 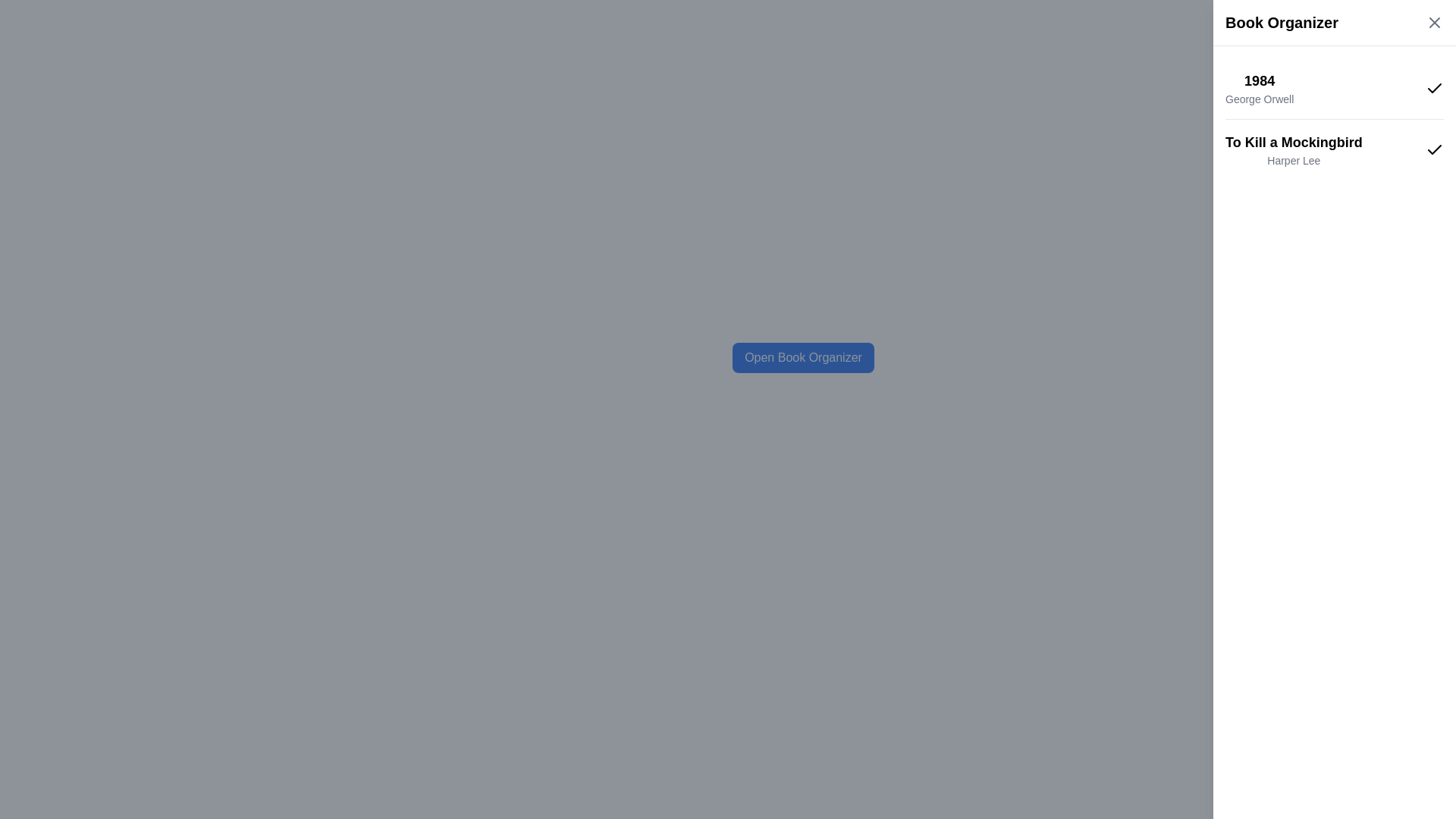 I want to click on the Information Display showing the book title '1984' by George Orwell, so click(x=1260, y=88).